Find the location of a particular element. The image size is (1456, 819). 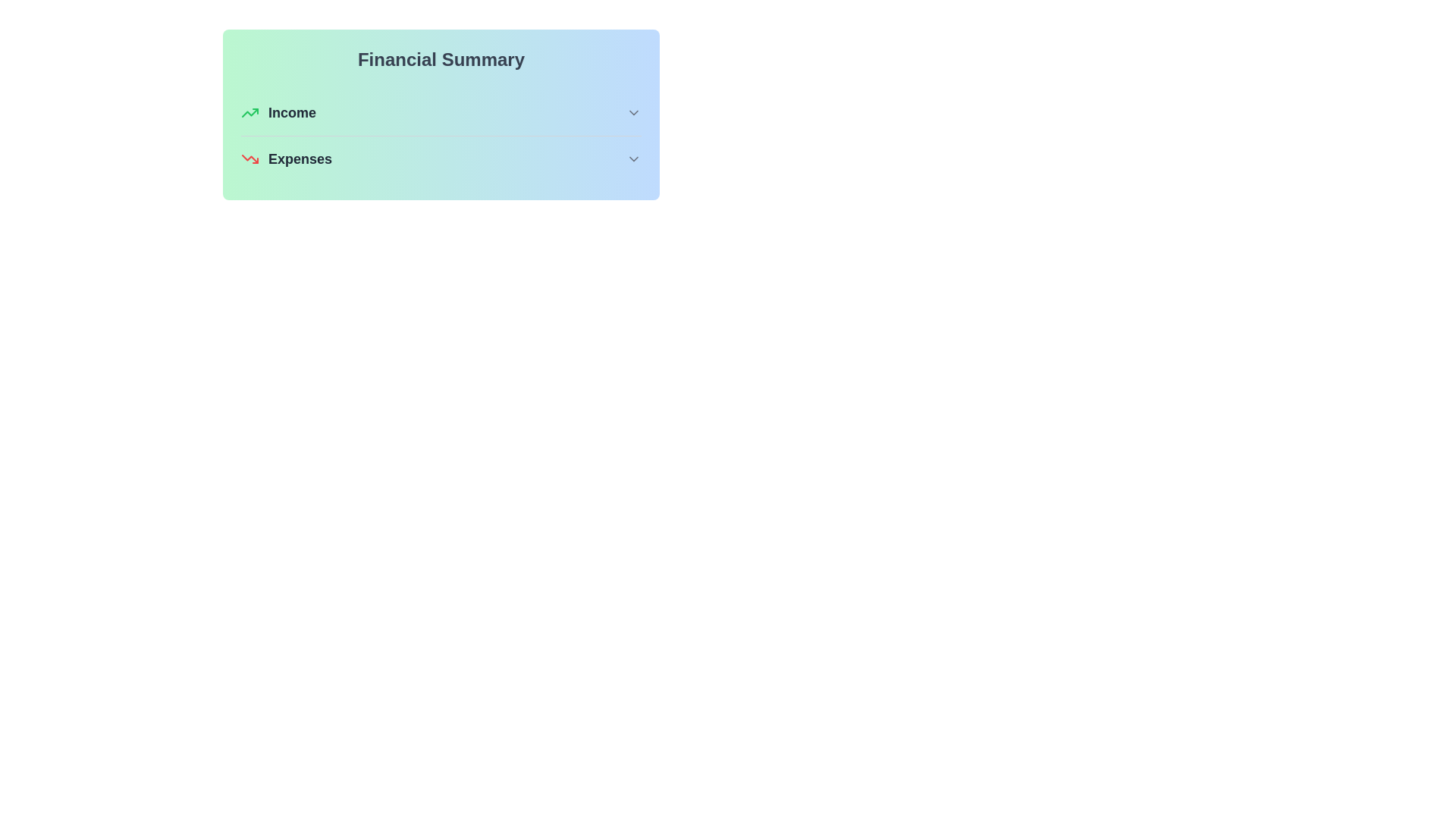

the financial information header text label that summarizes the content and purpose of the section below it is located at coordinates (440, 58).